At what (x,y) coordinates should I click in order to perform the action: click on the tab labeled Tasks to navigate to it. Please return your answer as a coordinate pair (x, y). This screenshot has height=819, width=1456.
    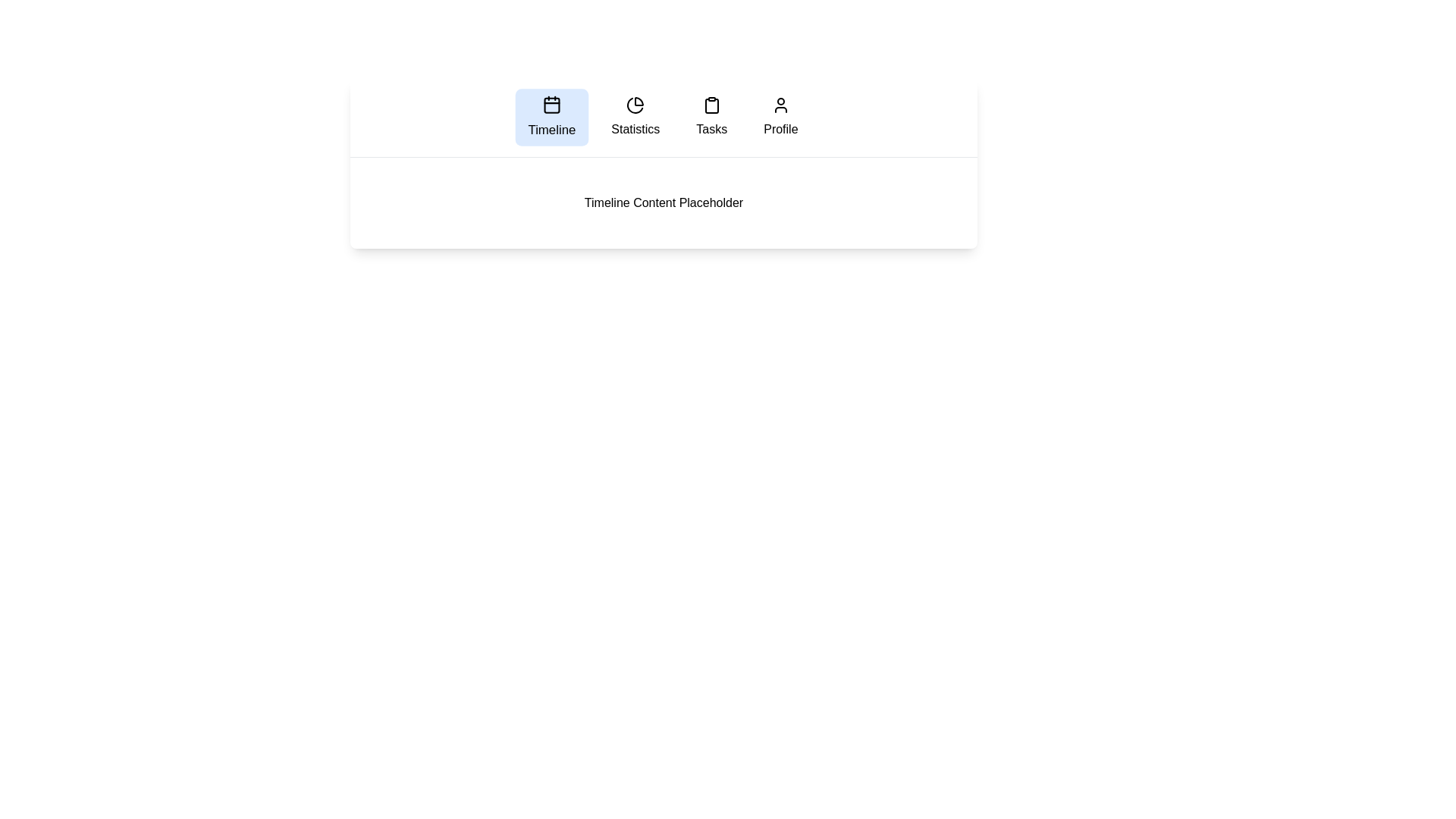
    Looking at the image, I should click on (711, 116).